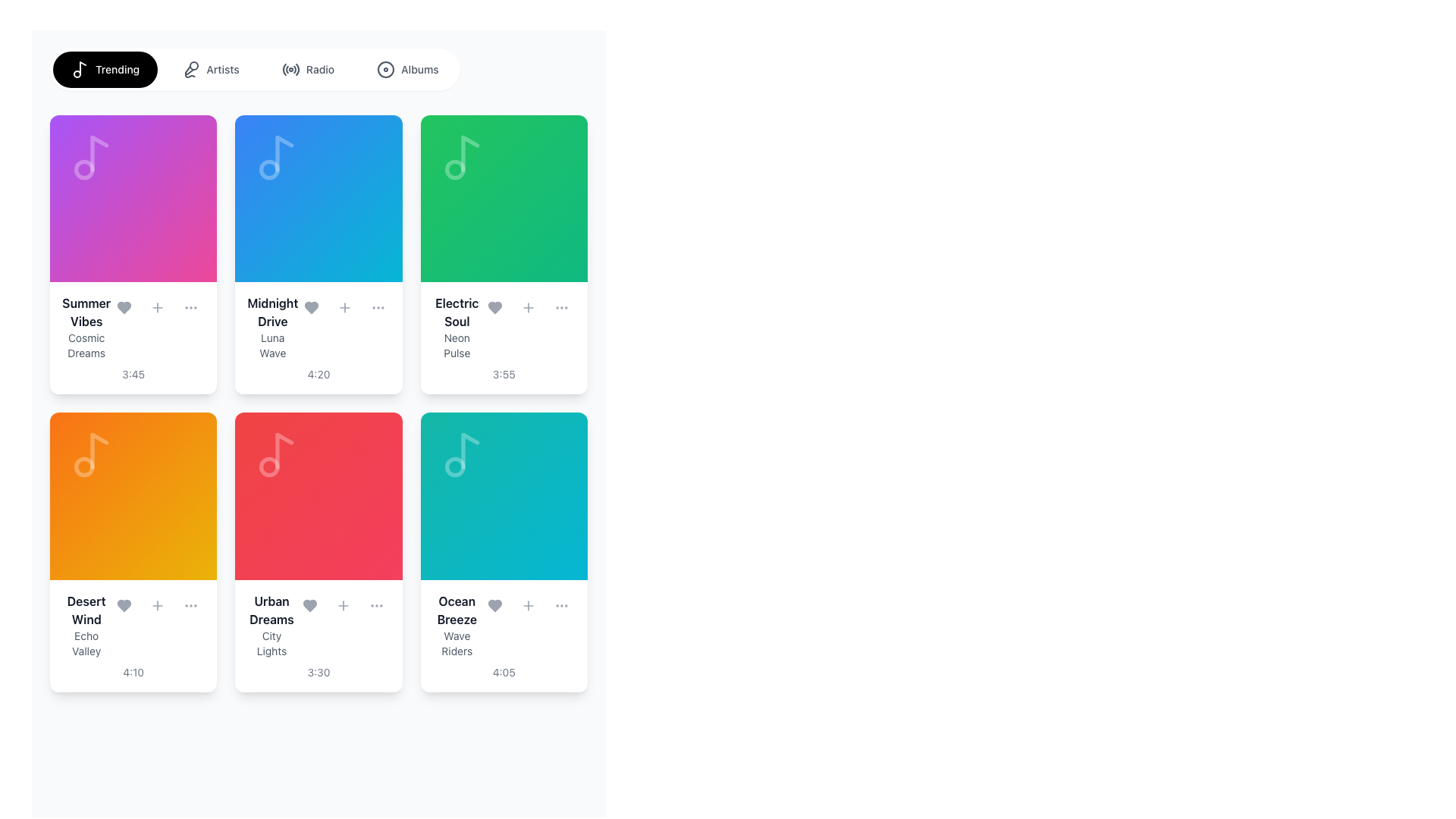 This screenshot has width=1456, height=819. What do you see at coordinates (124, 604) in the screenshot?
I see `the heart-shaped icon in the second row, first column of the music card below the title 'Desert Wind'` at bounding box center [124, 604].